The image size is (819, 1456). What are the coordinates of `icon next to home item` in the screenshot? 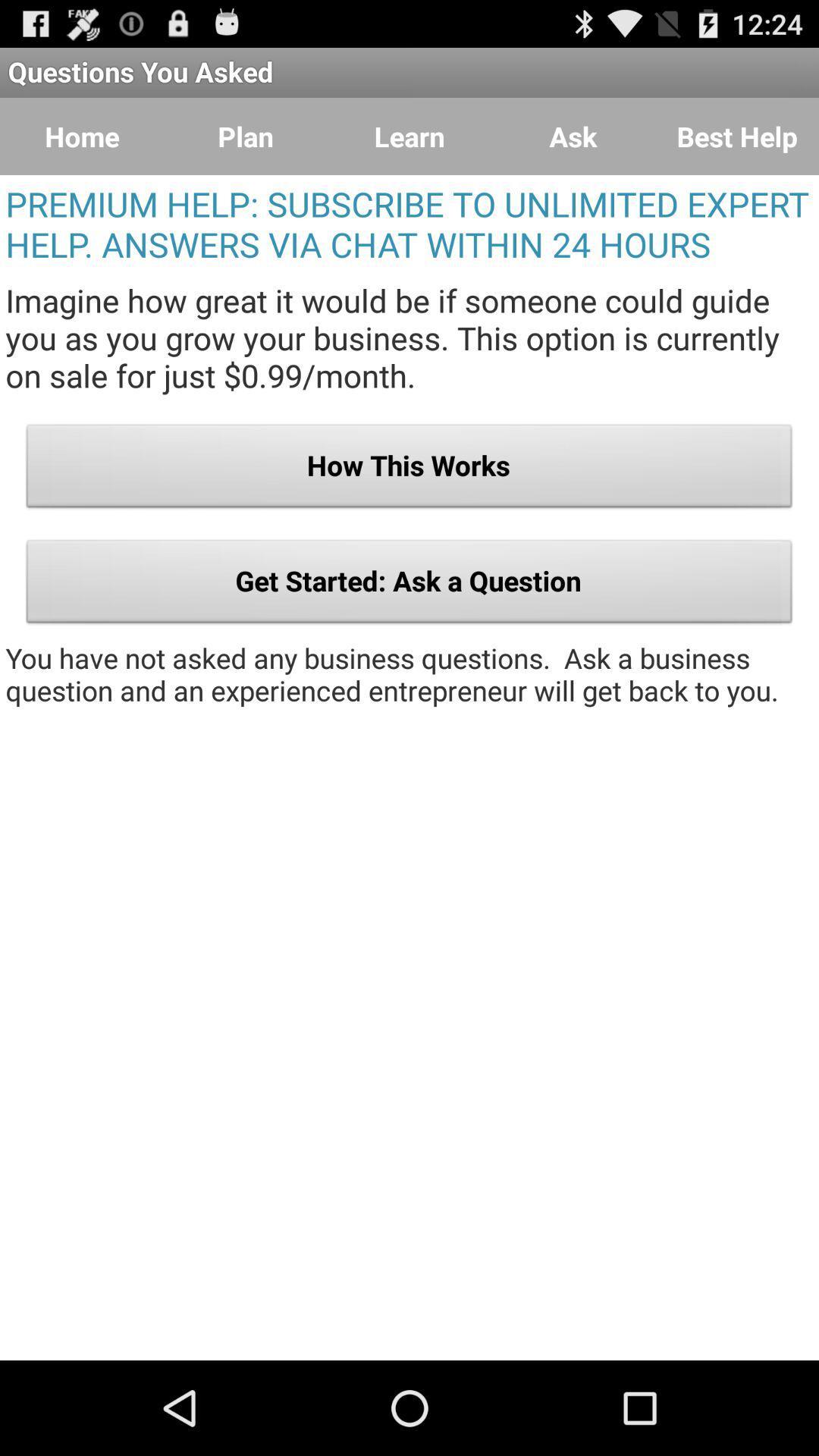 It's located at (245, 136).